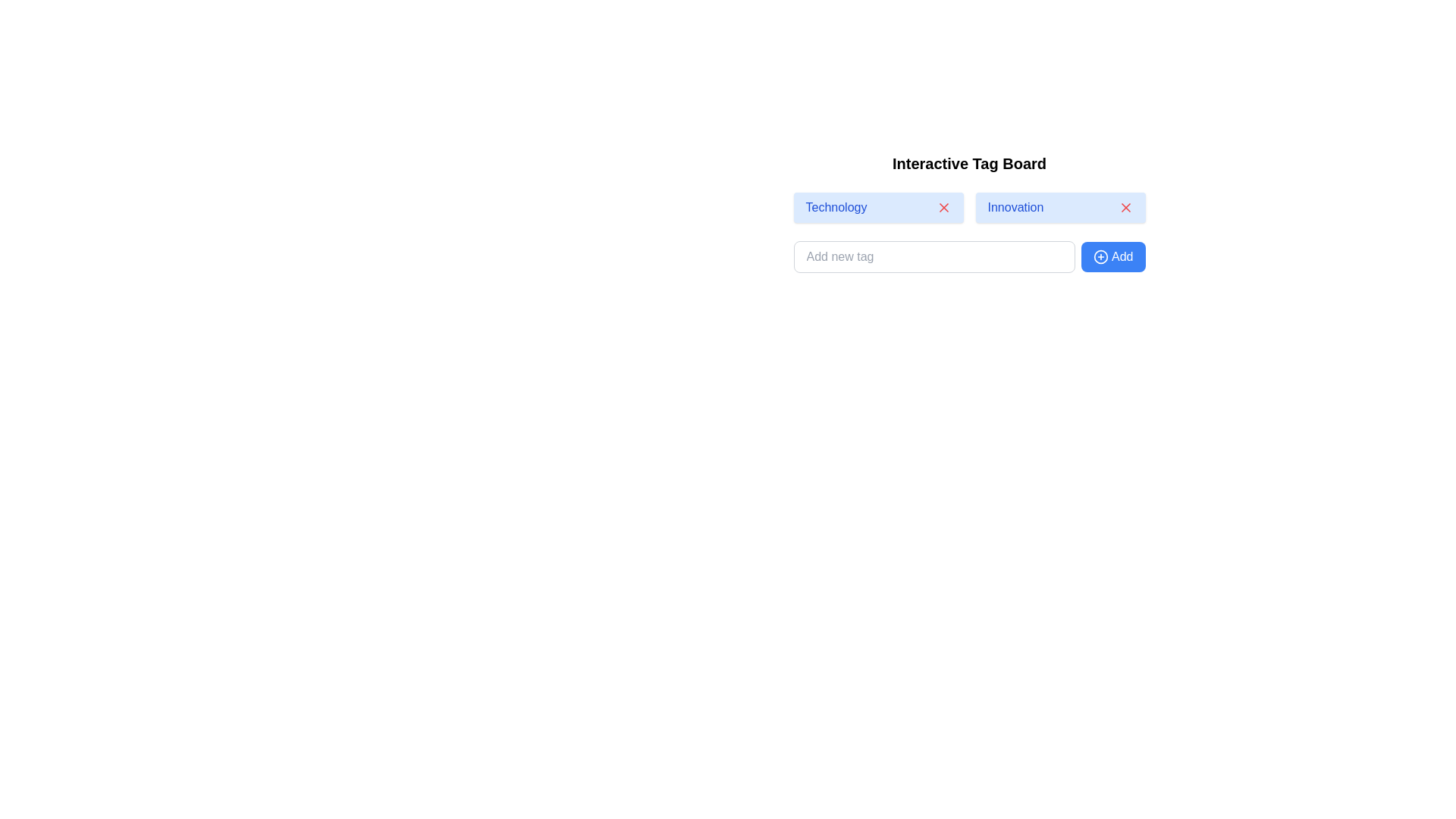  What do you see at coordinates (1122, 256) in the screenshot?
I see `the blue button labeled 'Add' that is located in the bottom-right section of the 'Interactive Tag Board' interface, immediately to the right of the '+' icon` at bounding box center [1122, 256].